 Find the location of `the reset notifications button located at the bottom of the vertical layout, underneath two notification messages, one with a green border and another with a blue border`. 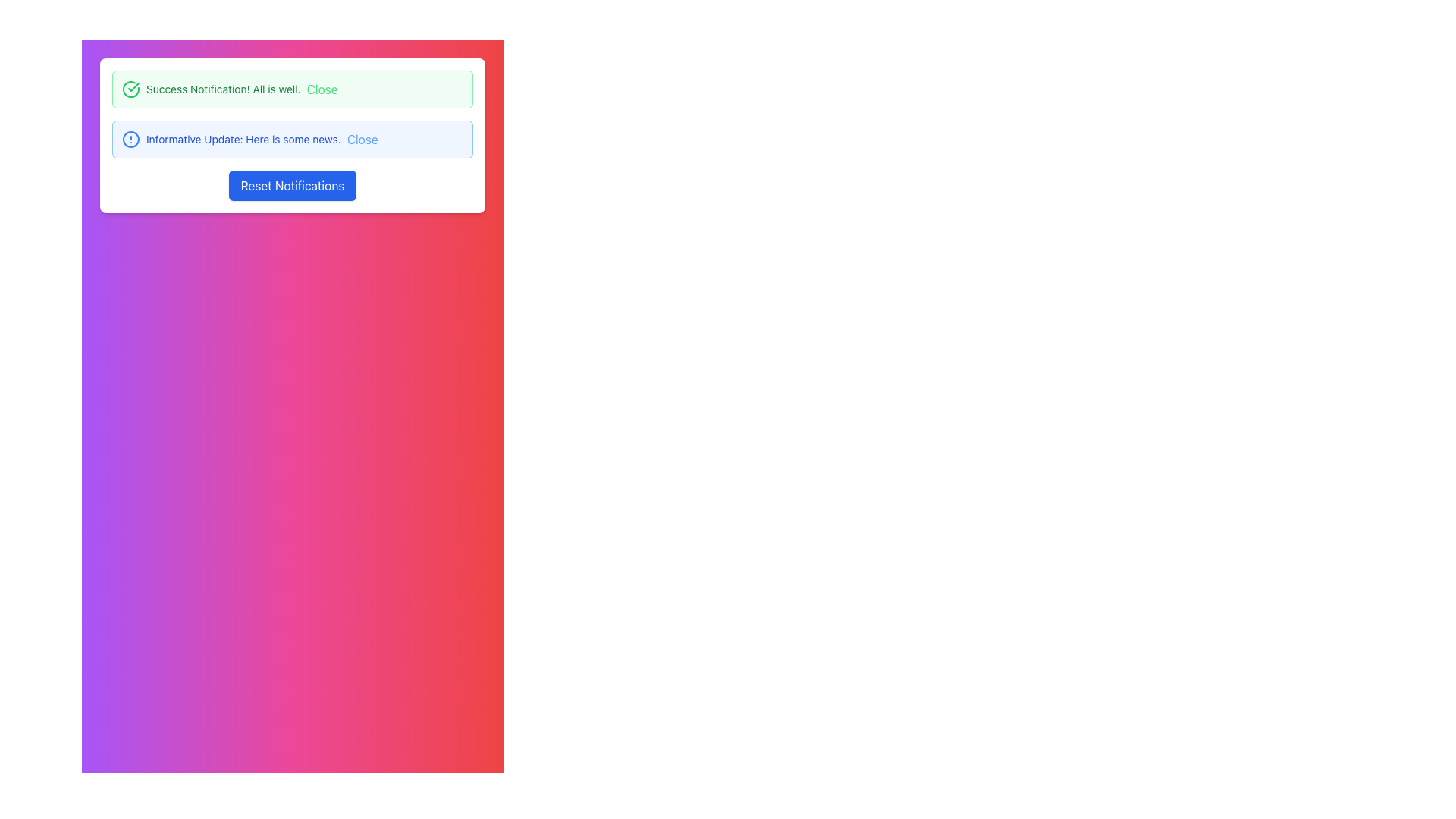

the reset notifications button located at the bottom of the vertical layout, underneath two notification messages, one with a green border and another with a blue border is located at coordinates (292, 185).